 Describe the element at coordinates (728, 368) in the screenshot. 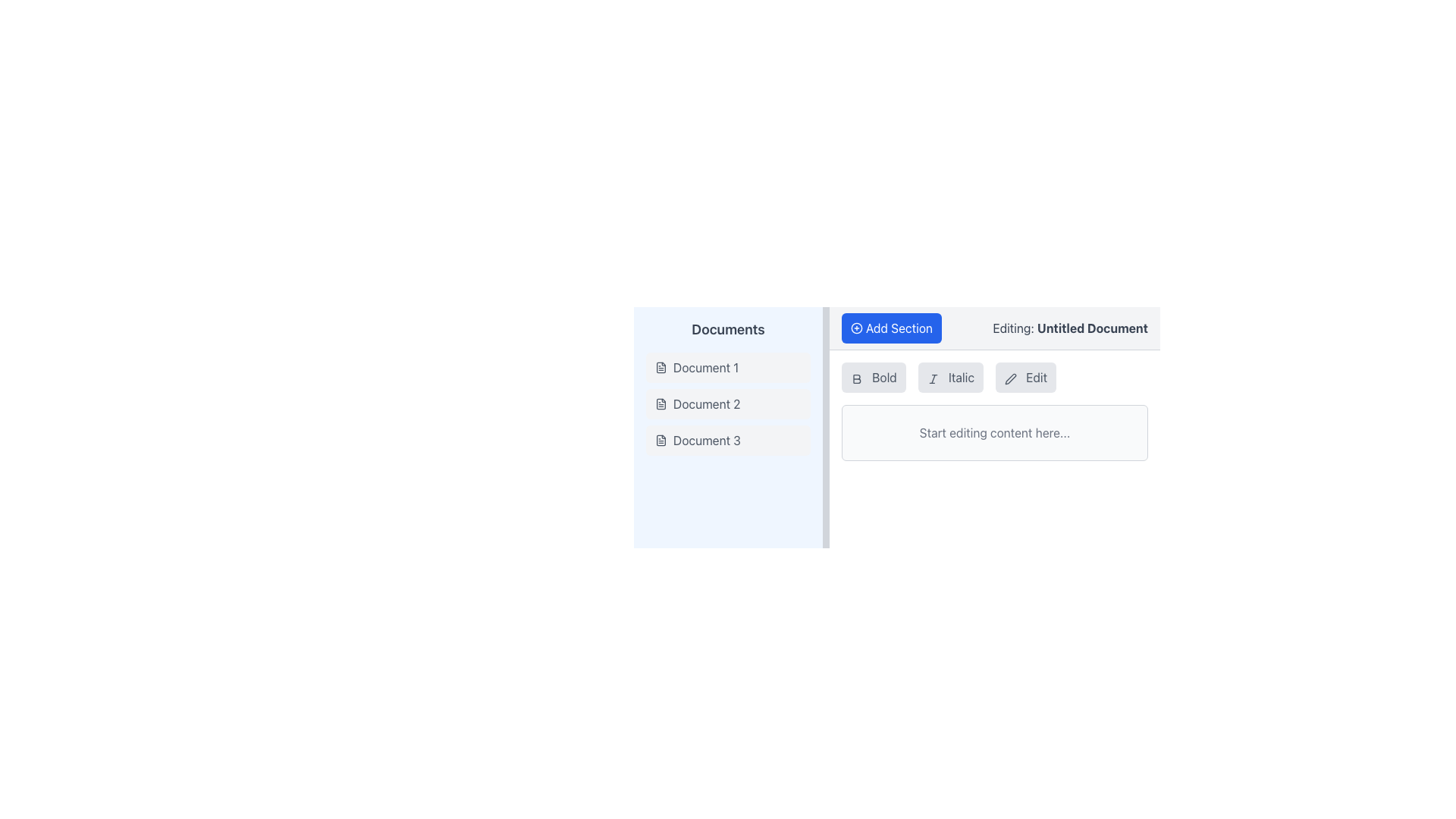

I see `the button labeled 'Document 1' in the vertical list of documents on the left side of the interface` at that location.